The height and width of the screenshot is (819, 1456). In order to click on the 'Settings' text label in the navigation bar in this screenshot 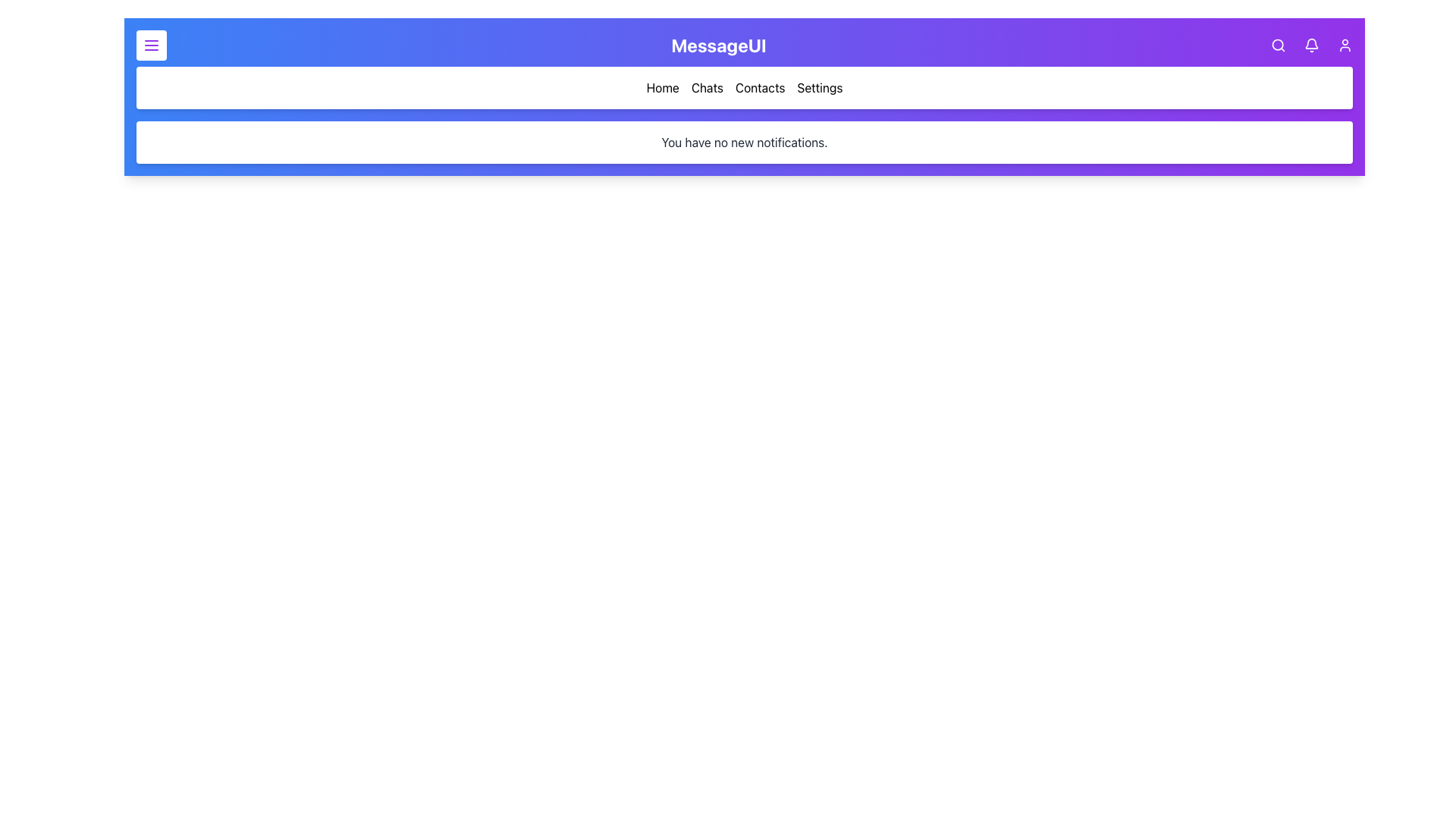, I will do `click(819, 87)`.